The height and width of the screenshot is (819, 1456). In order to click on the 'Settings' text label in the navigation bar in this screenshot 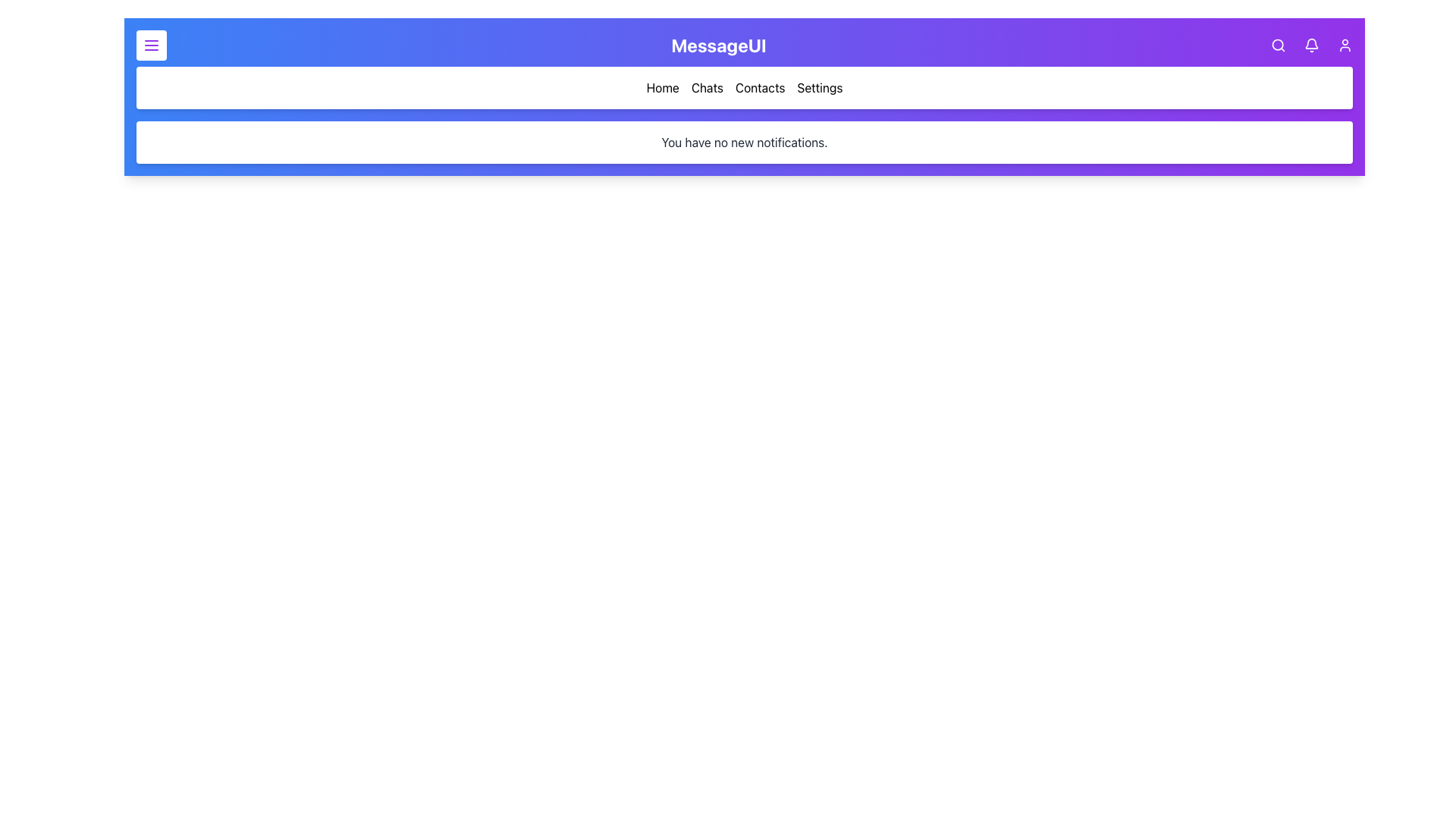, I will do `click(819, 87)`.